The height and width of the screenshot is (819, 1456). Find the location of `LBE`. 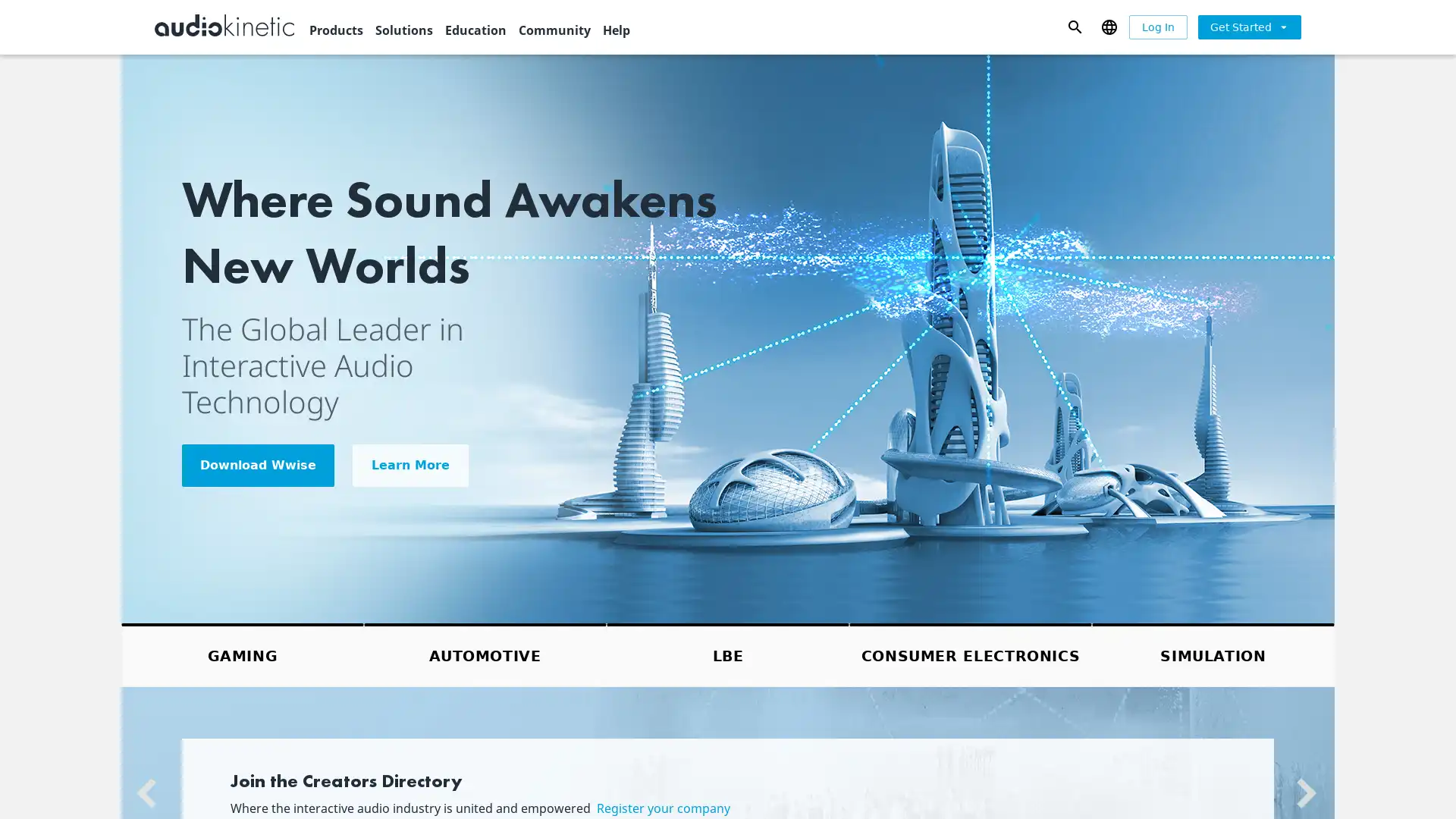

LBE is located at coordinates (728, 654).